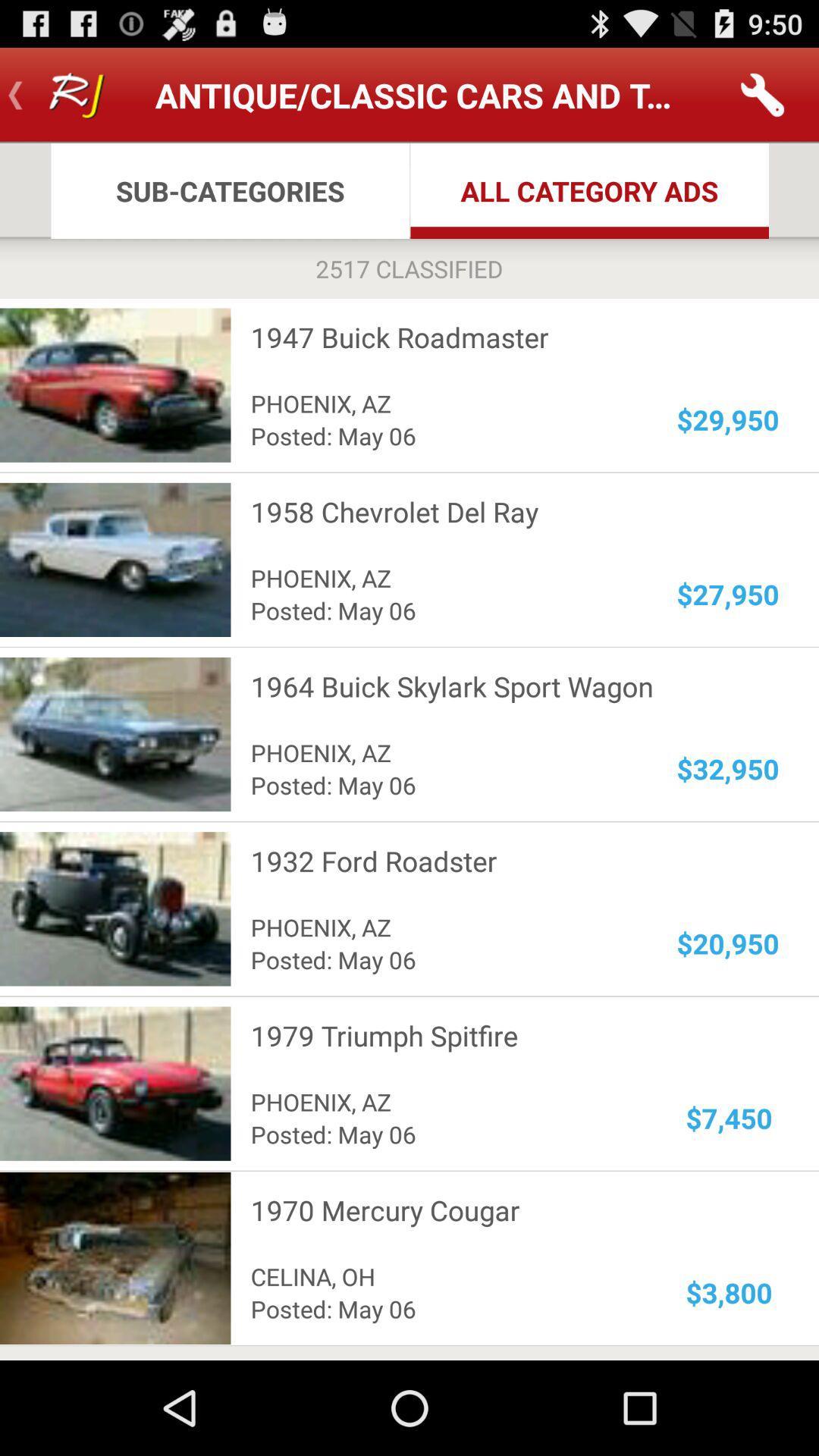 The width and height of the screenshot is (819, 1456). What do you see at coordinates (728, 1118) in the screenshot?
I see `the icon above 1970 mercury cougar item` at bounding box center [728, 1118].